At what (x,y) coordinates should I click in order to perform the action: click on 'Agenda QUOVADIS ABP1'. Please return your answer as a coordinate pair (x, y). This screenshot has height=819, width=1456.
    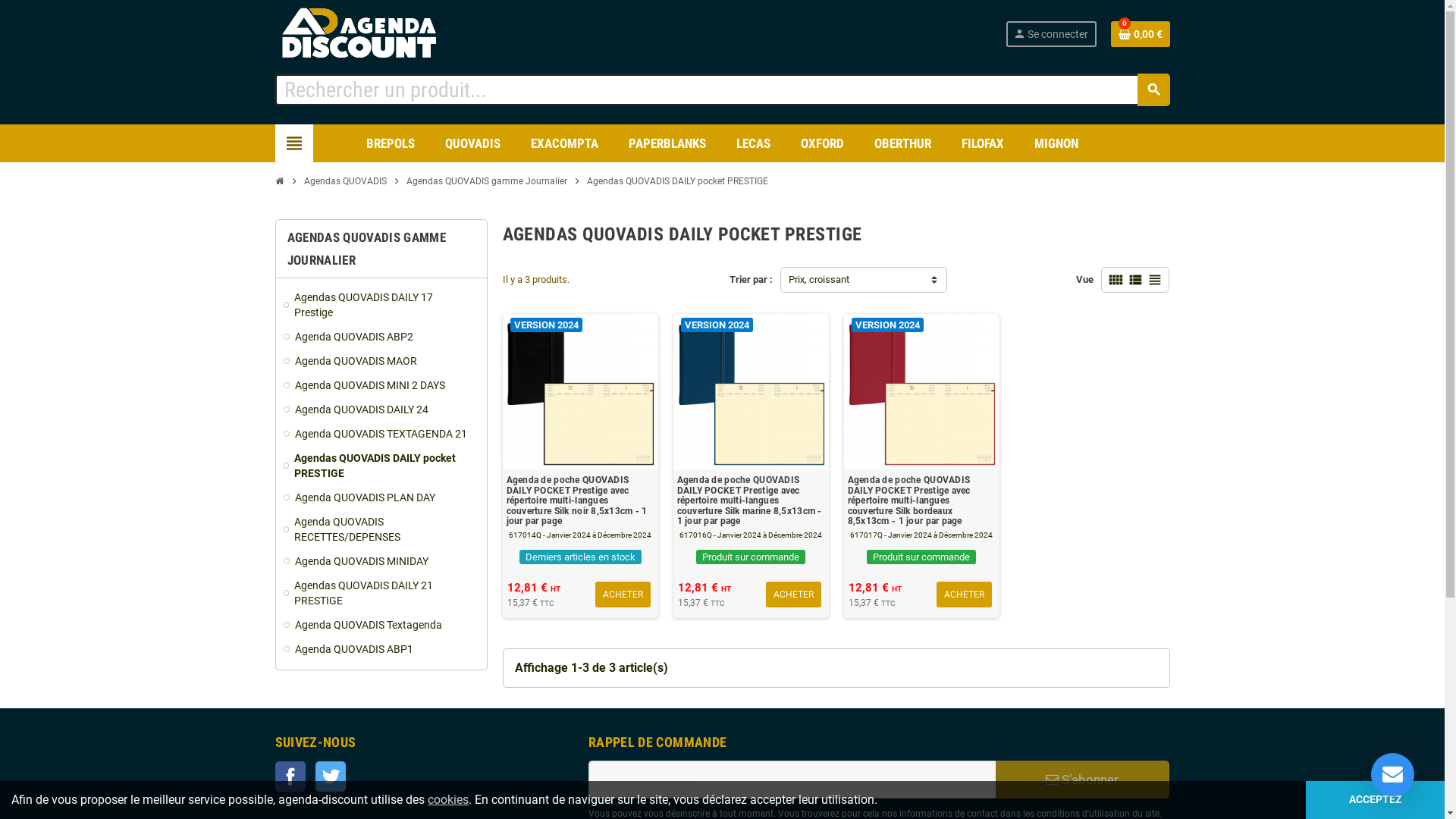
    Looking at the image, I should click on (284, 648).